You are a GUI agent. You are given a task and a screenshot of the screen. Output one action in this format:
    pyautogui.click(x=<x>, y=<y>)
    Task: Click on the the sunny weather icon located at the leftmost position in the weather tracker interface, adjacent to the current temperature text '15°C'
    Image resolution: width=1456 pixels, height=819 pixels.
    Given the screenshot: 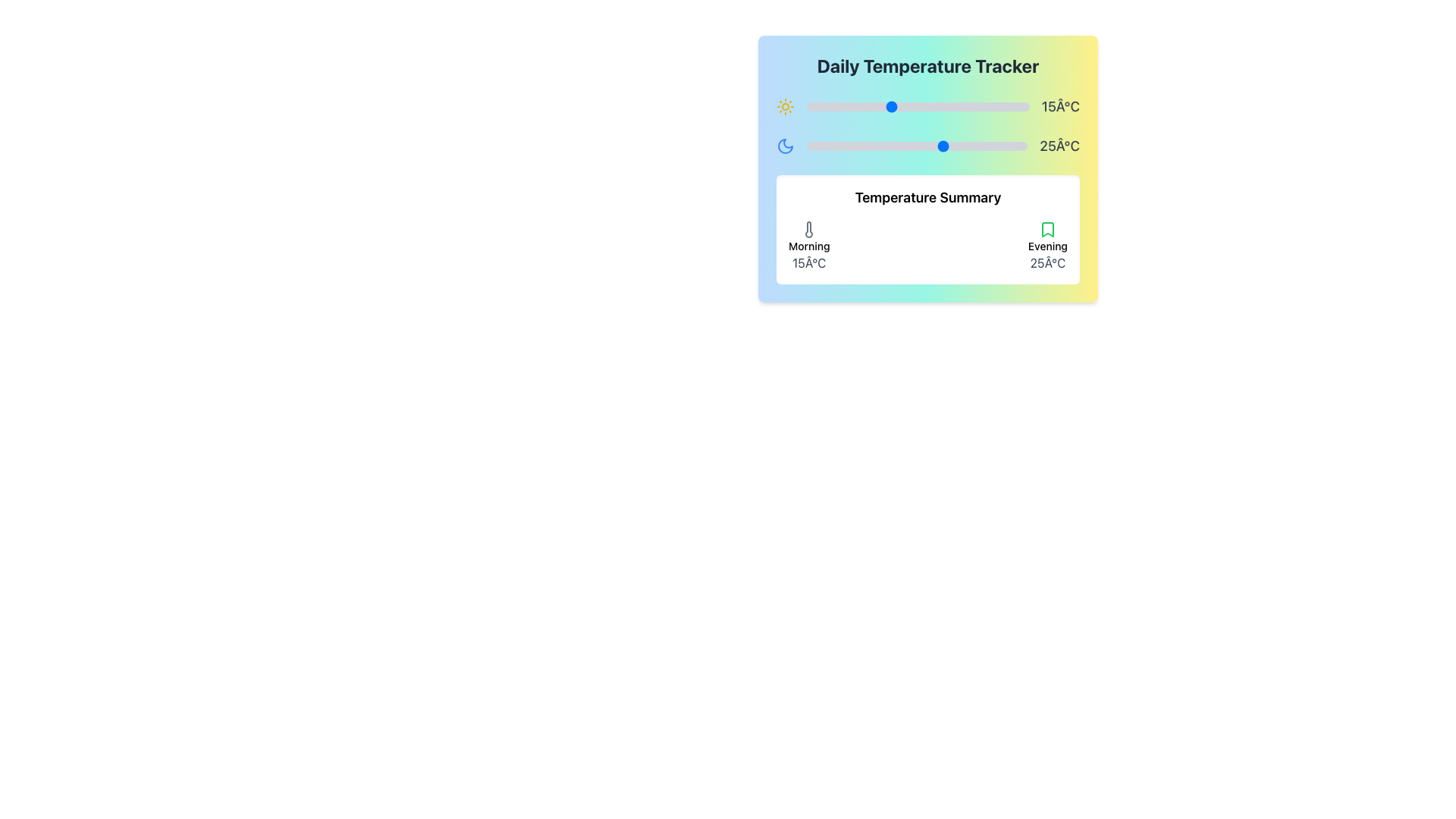 What is the action you would take?
    pyautogui.click(x=786, y=106)
    